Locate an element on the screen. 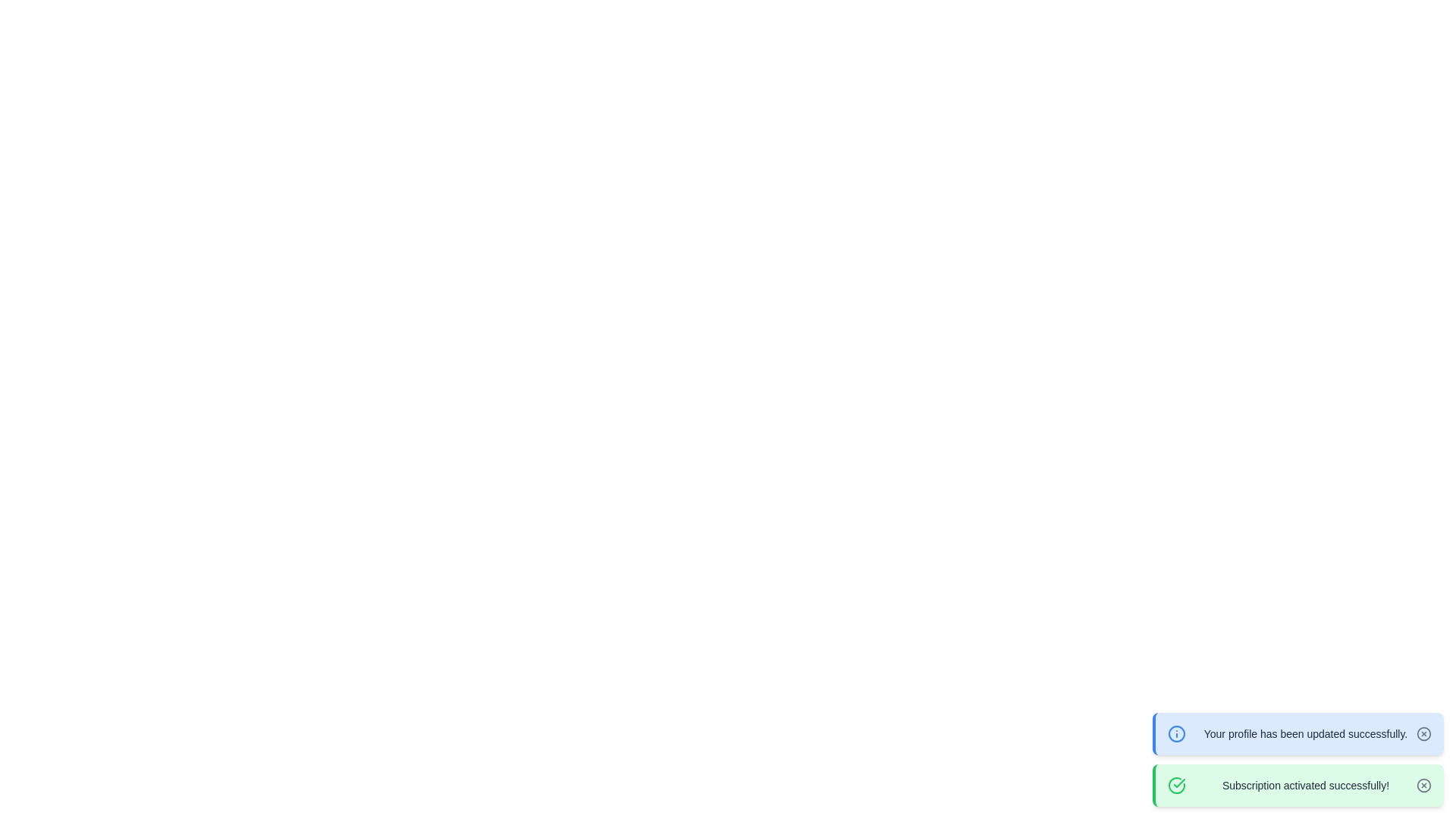 The width and height of the screenshot is (1456, 819). the circular blue-bordered info icon located on the far left of the notification panel that states 'Your profile has been updated successfully.' is located at coordinates (1175, 733).